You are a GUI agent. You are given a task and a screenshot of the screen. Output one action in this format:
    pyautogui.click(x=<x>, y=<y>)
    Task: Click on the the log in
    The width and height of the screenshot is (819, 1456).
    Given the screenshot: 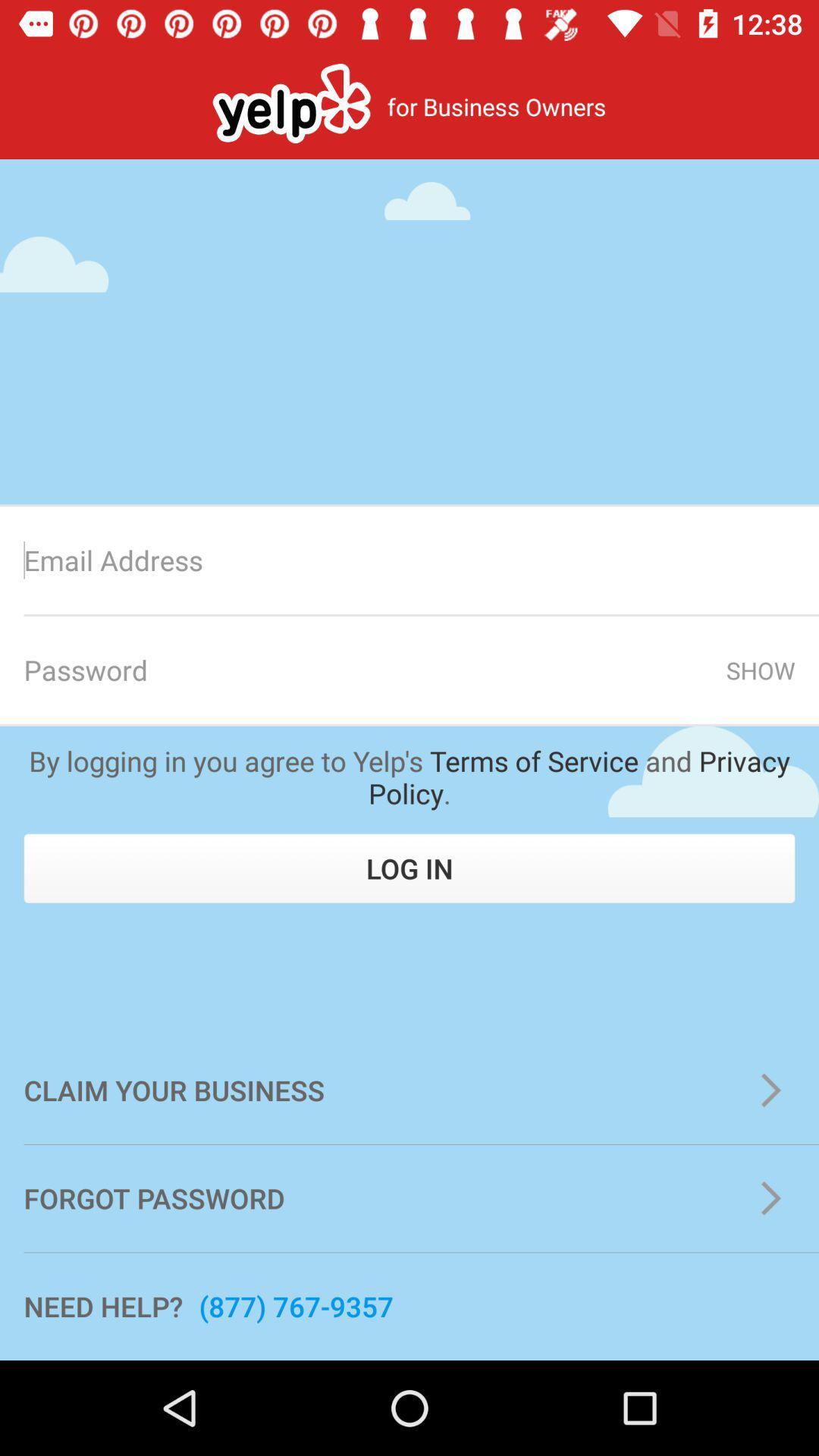 What is the action you would take?
    pyautogui.click(x=409, y=868)
    